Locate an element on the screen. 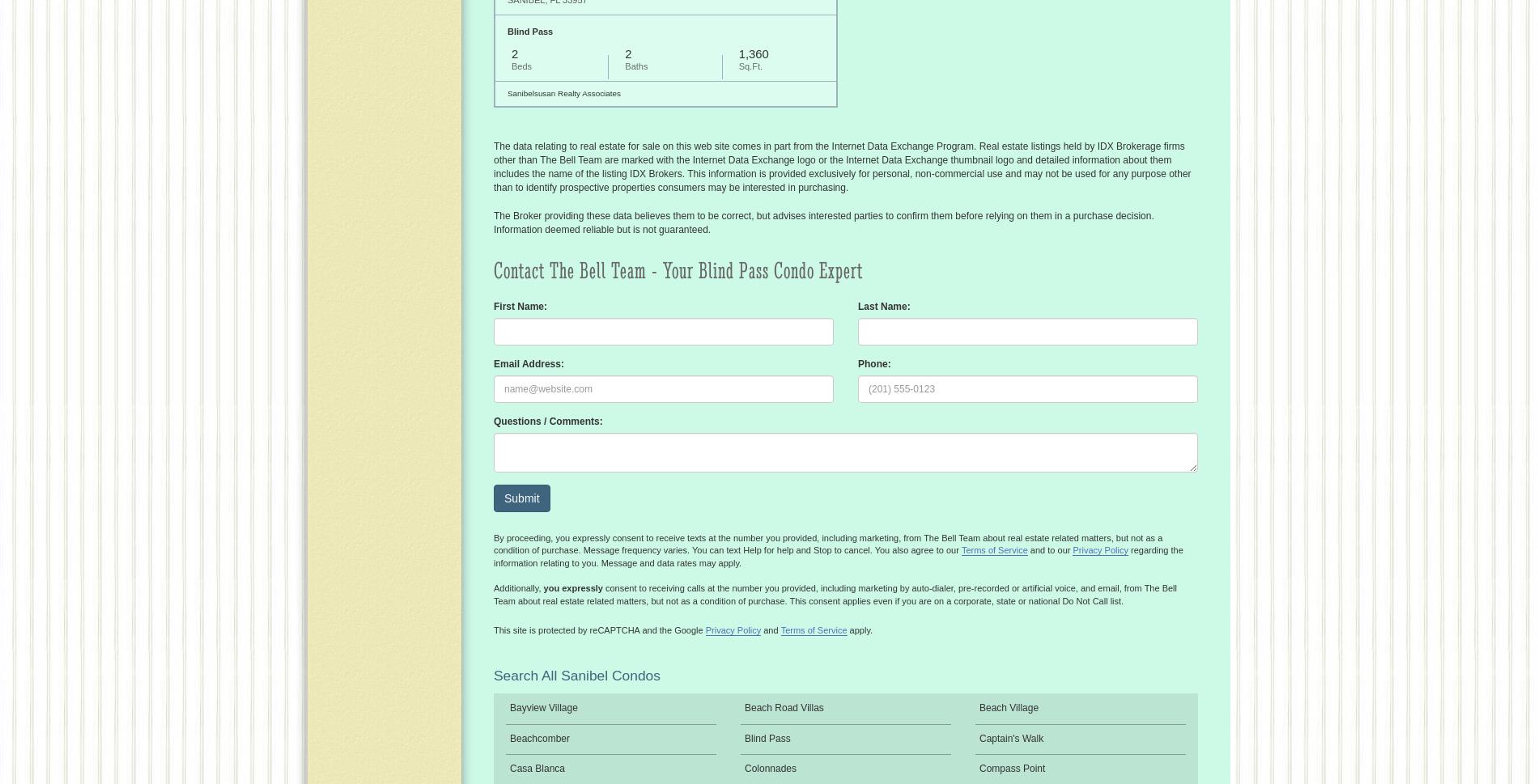 The width and height of the screenshot is (1538, 784). 'Sanibelsusan Realty Associates' is located at coordinates (563, 92).